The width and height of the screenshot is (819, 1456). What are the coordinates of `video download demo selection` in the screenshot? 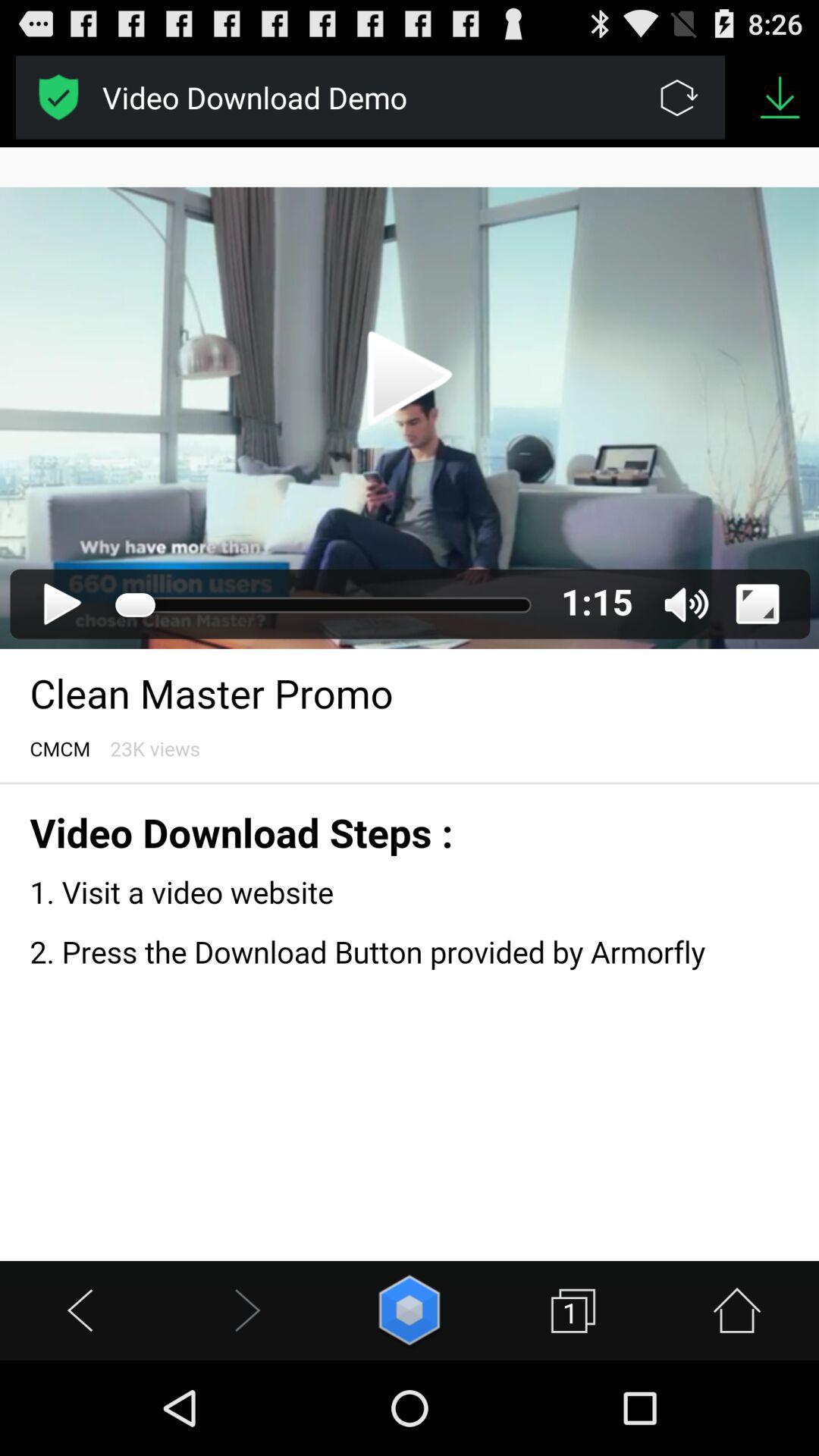 It's located at (58, 96).